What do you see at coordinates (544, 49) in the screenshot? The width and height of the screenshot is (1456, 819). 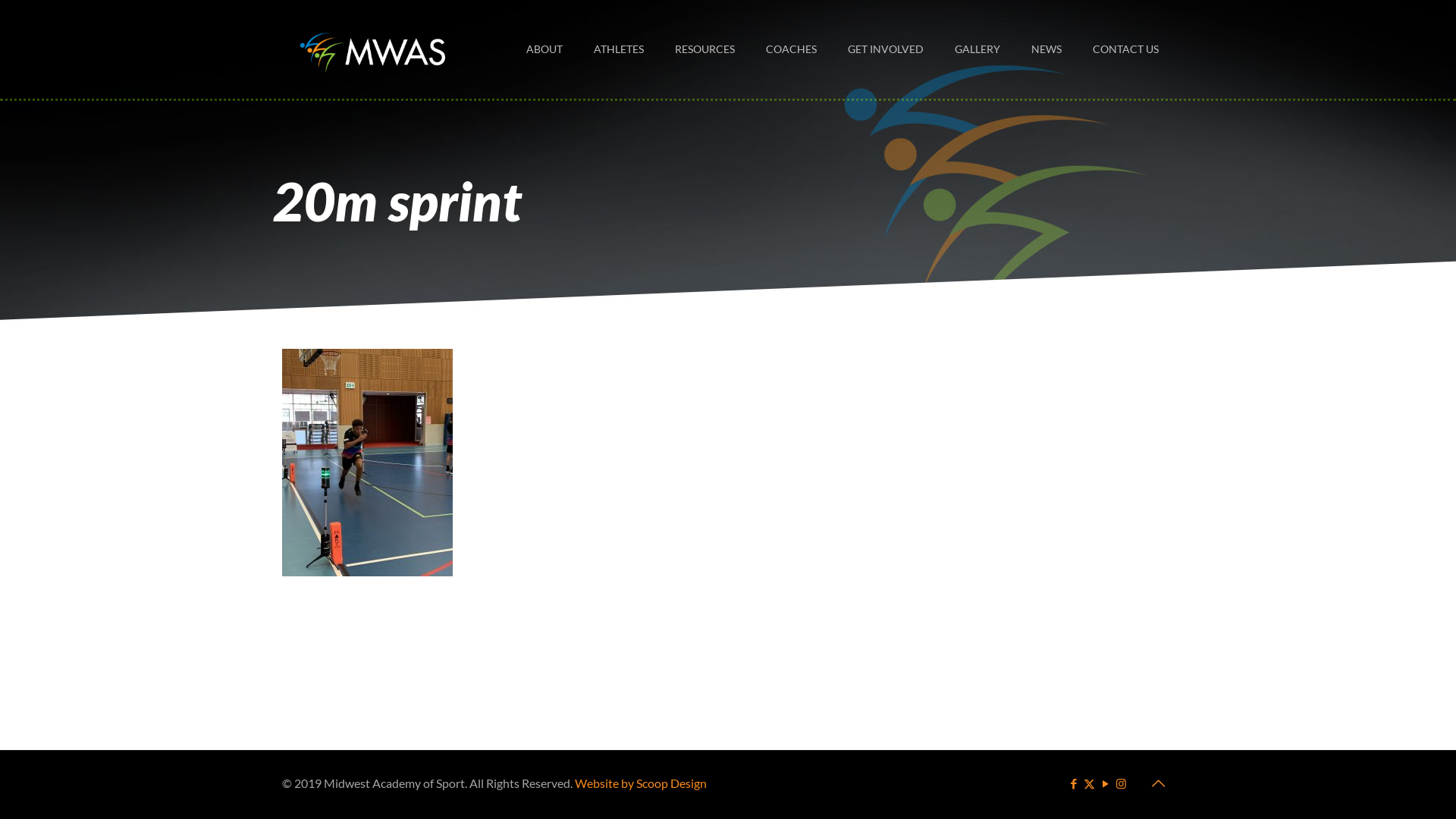 I see `'ABOUT'` at bounding box center [544, 49].